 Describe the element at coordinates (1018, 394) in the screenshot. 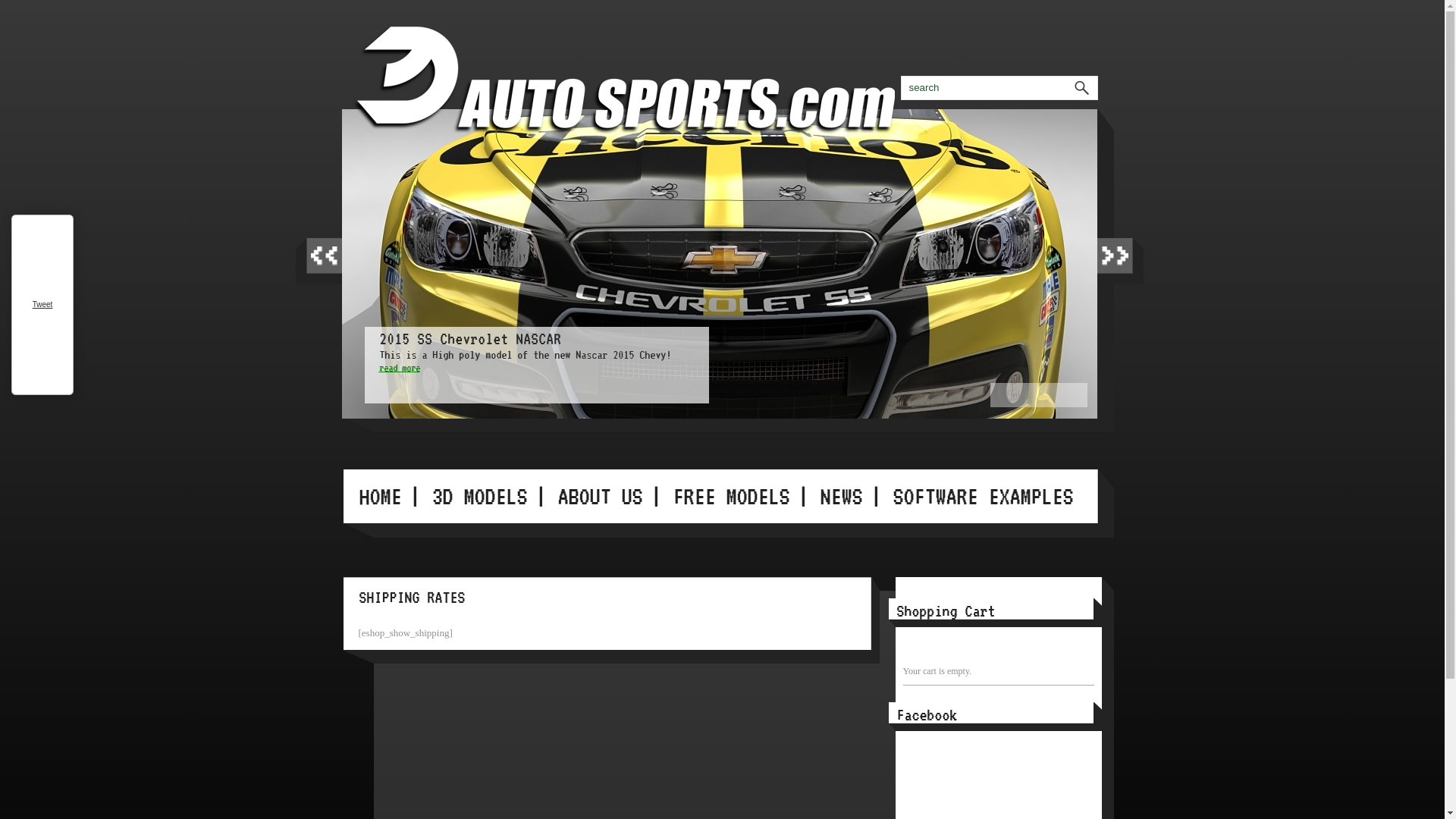

I see `'2'` at that location.